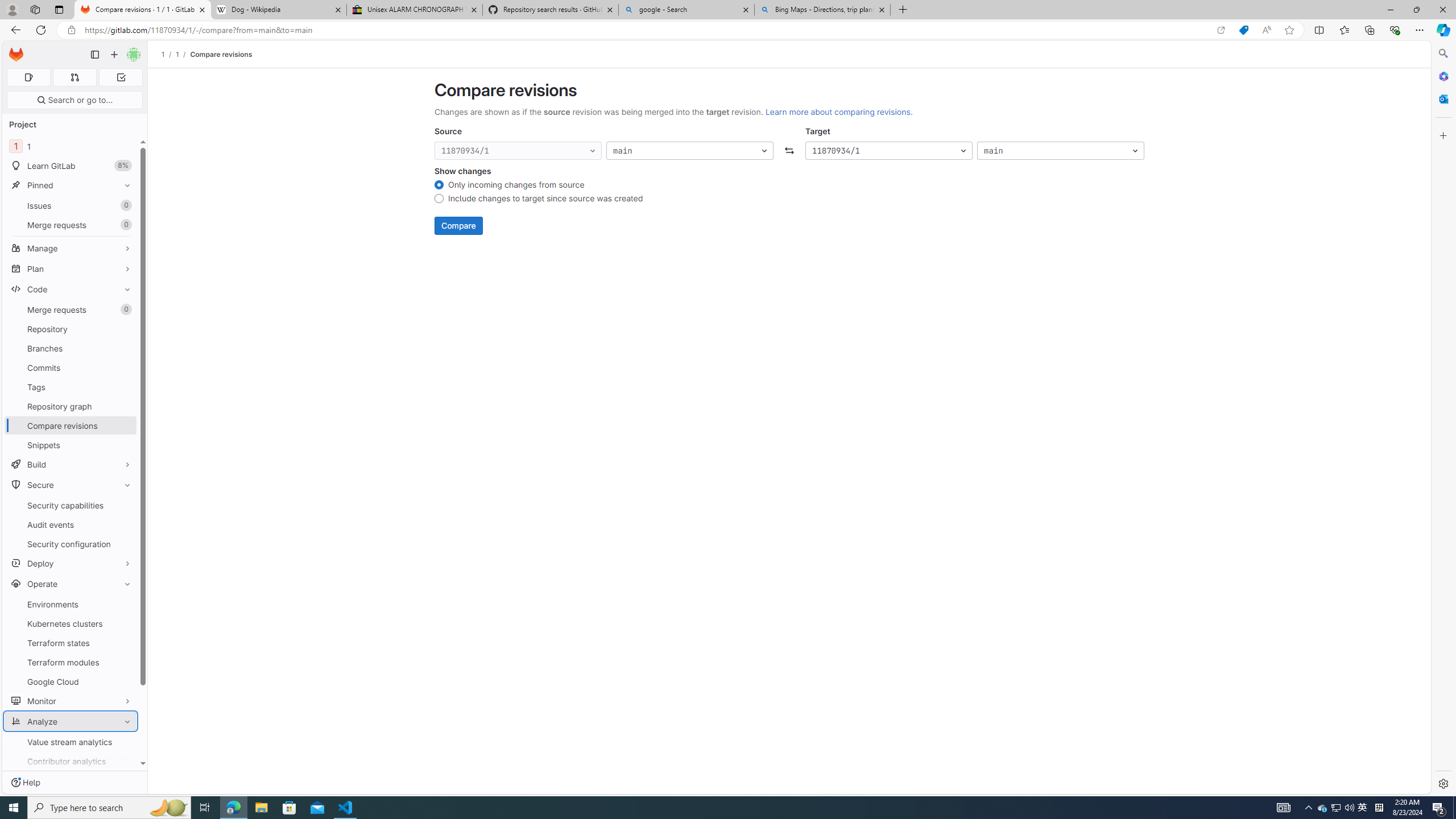 This screenshot has width=1456, height=819. Describe the element at coordinates (125, 205) in the screenshot. I see `'Unpin Issues'` at that location.